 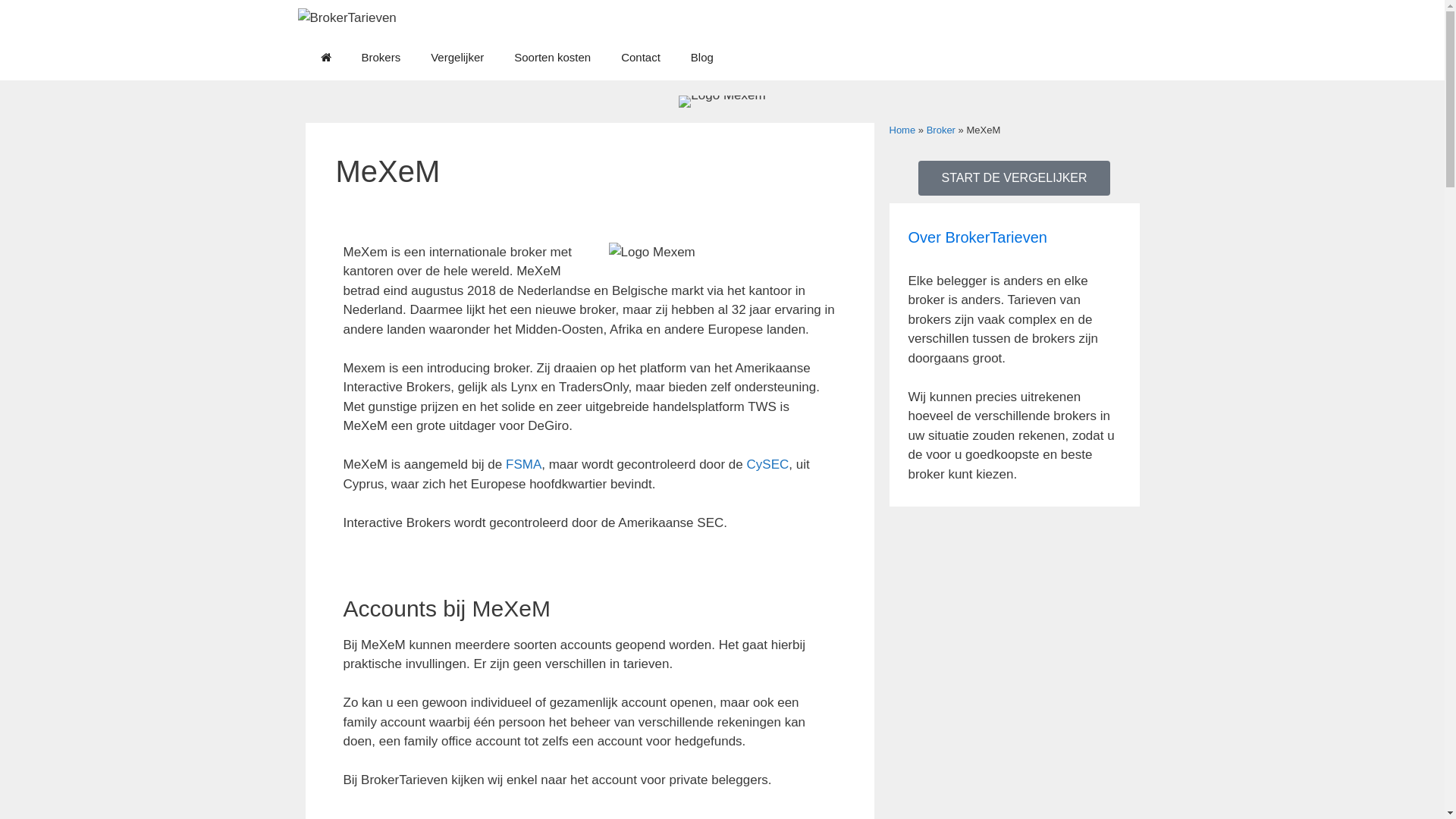 I want to click on 'Soorten kosten', so click(x=551, y=57).